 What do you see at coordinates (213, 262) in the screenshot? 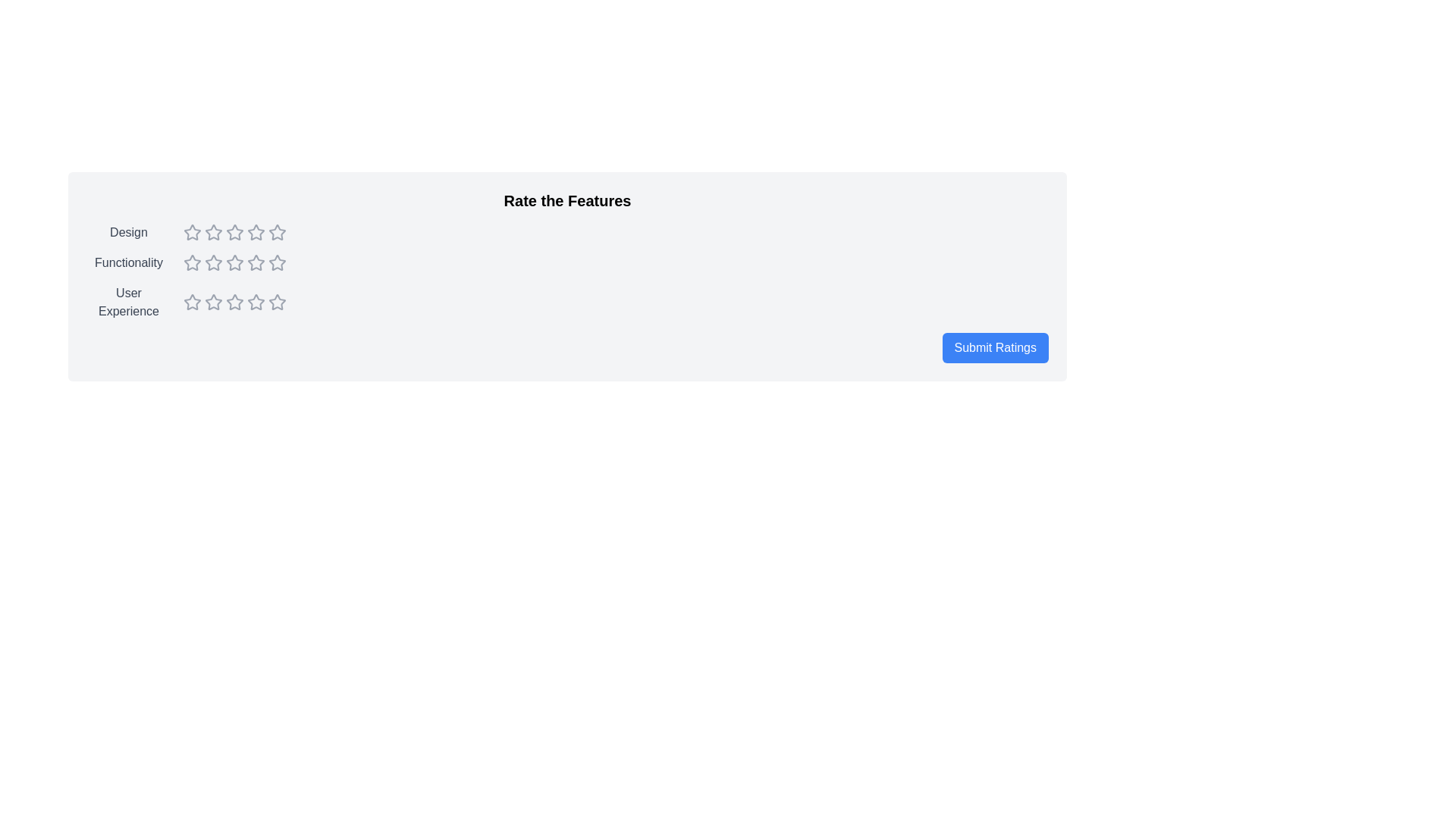
I see `the second star-shaped Rating icon in the five-star rating system under the 'Functionality' category` at bounding box center [213, 262].